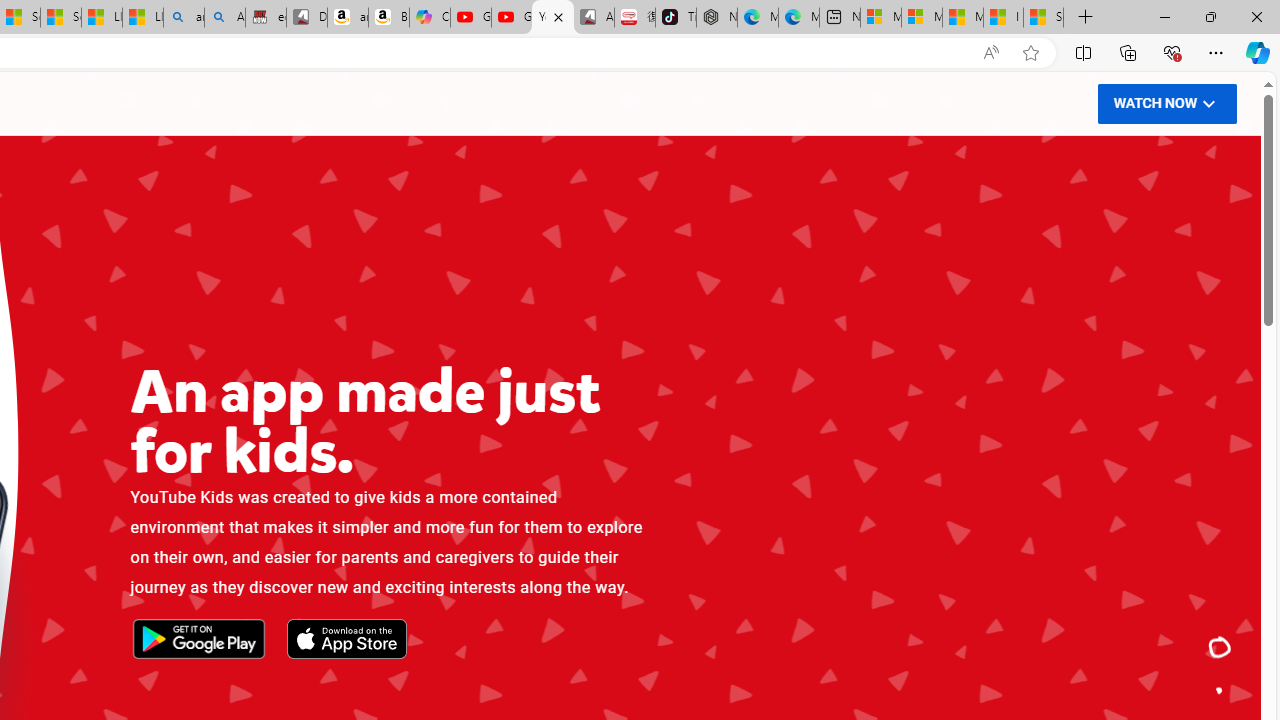  Describe the element at coordinates (348, 17) in the screenshot. I see `'amazon.in/dp/B0CX59H5W7/?tag=gsmcom05-21'` at that location.